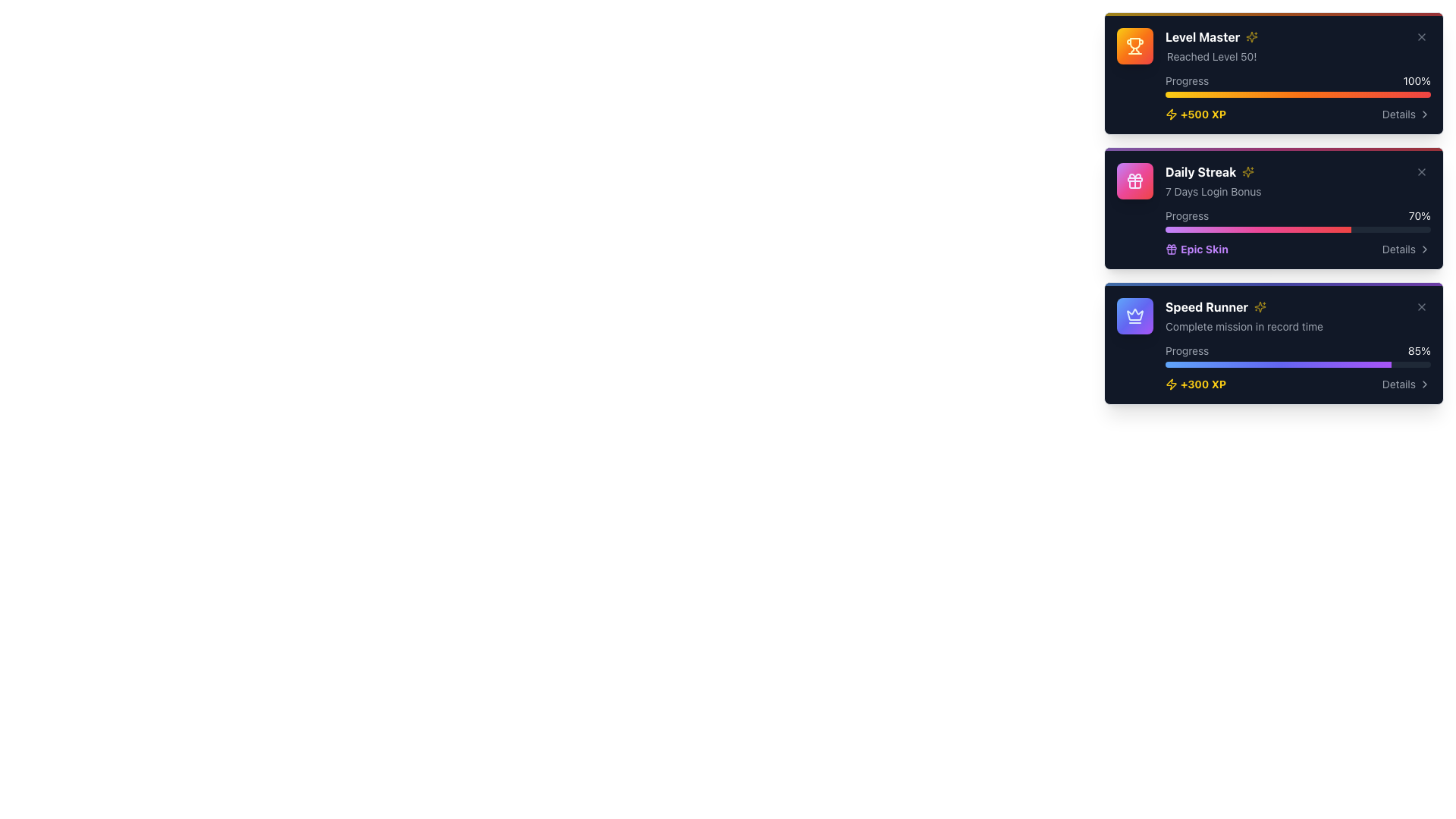 The height and width of the screenshot is (819, 1456). I want to click on the text label that reads '7 Days Login Bonus', which is styled with a small font size and gray color, located beneath the title 'Daily Streak' in the second card of a column of three cards, so click(1213, 191).